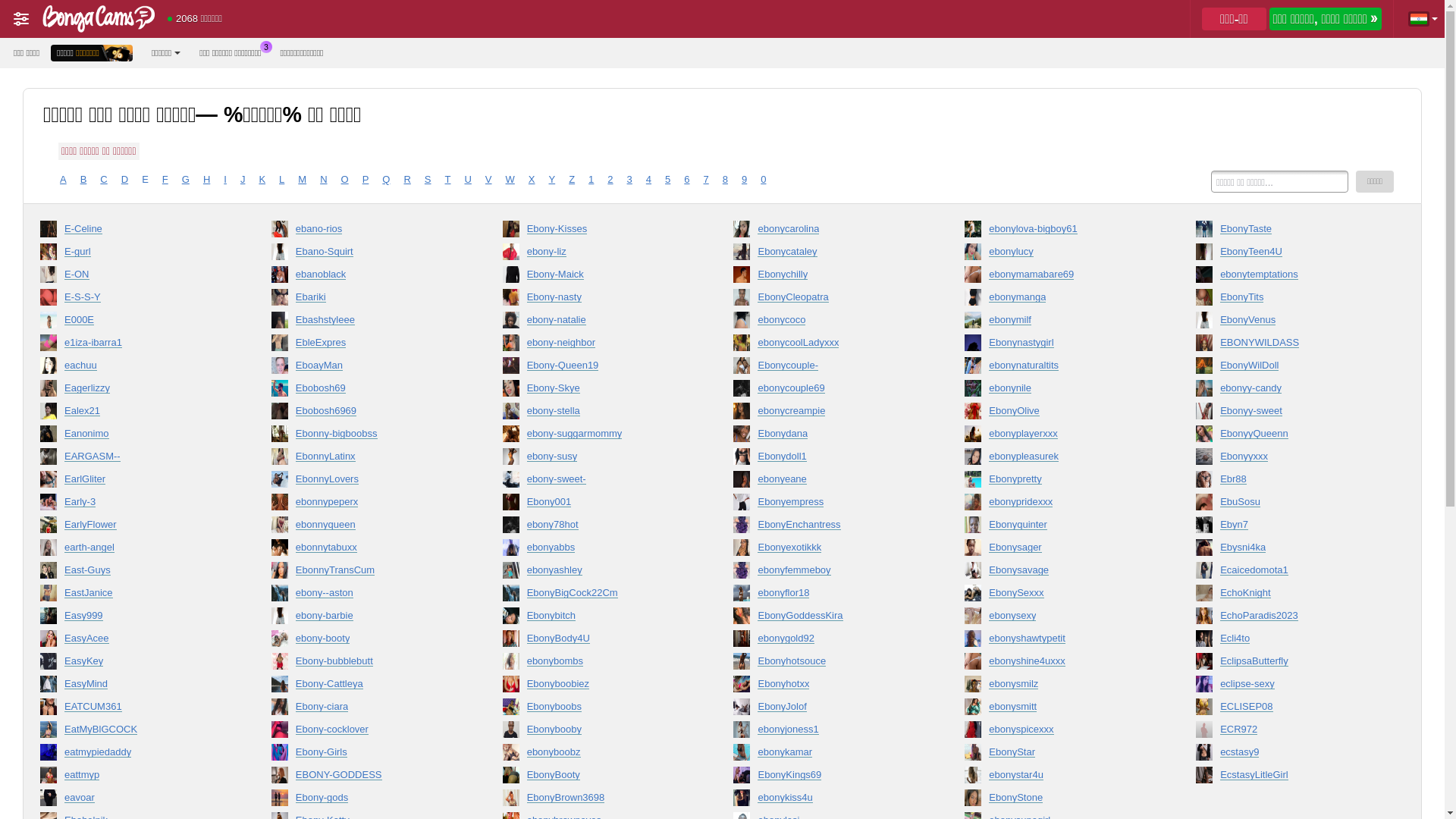  Describe the element at coordinates (1288, 322) in the screenshot. I see `'EbonyVenus'` at that location.